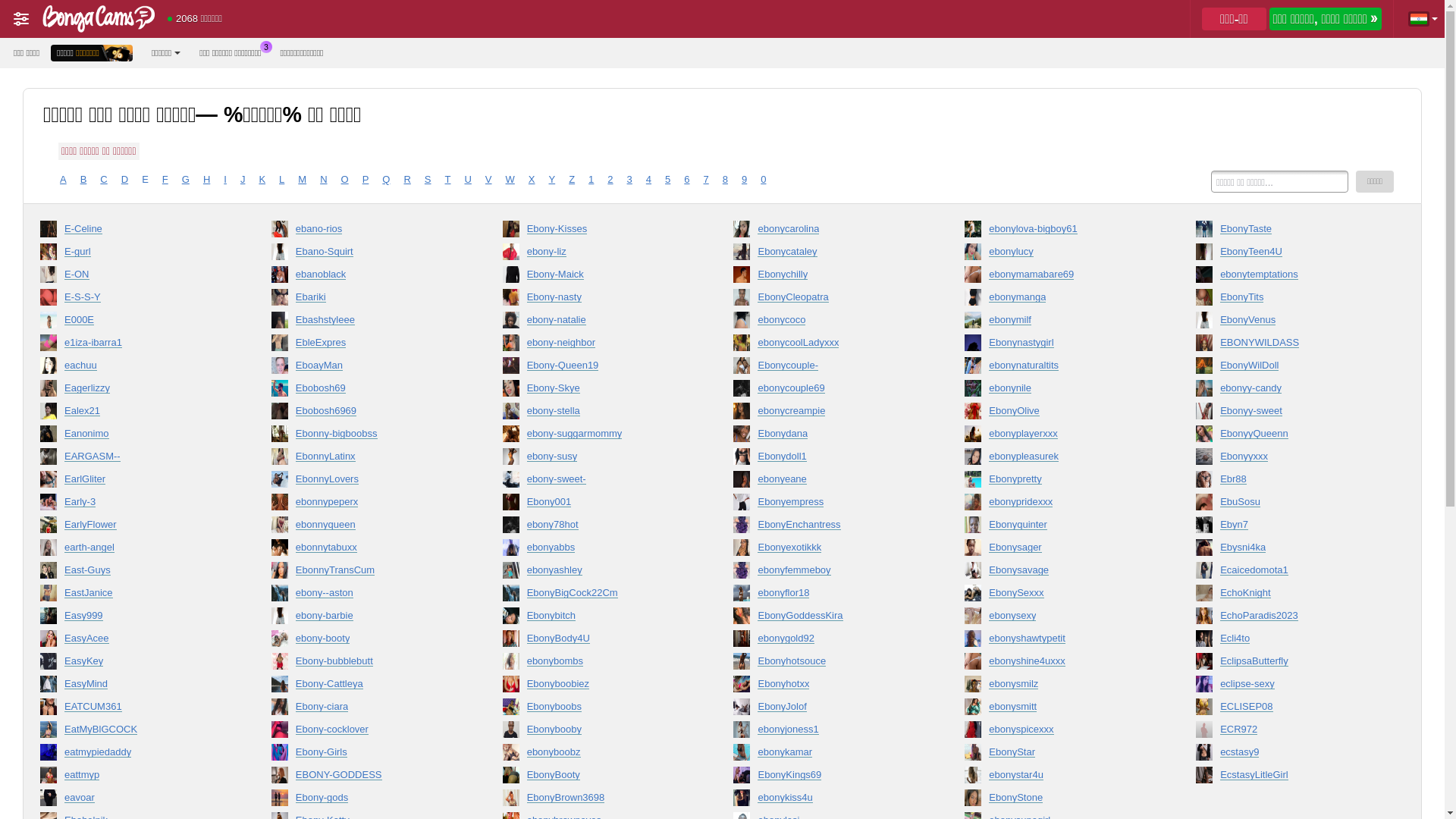  Describe the element at coordinates (1288, 322) in the screenshot. I see `'EbonyVenus'` at that location.